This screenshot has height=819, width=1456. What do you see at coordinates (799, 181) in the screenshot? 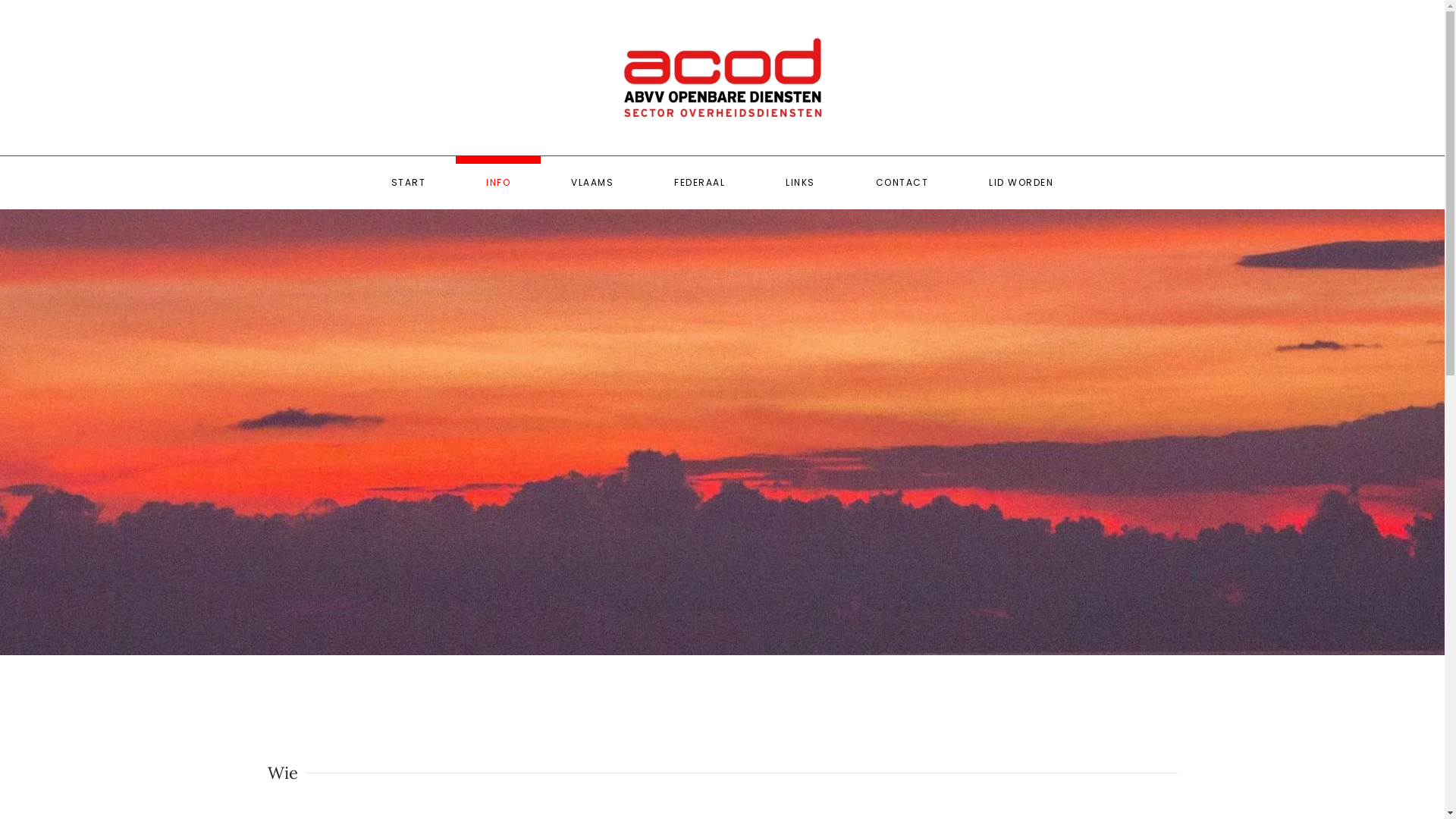
I see `'LINKS'` at bounding box center [799, 181].